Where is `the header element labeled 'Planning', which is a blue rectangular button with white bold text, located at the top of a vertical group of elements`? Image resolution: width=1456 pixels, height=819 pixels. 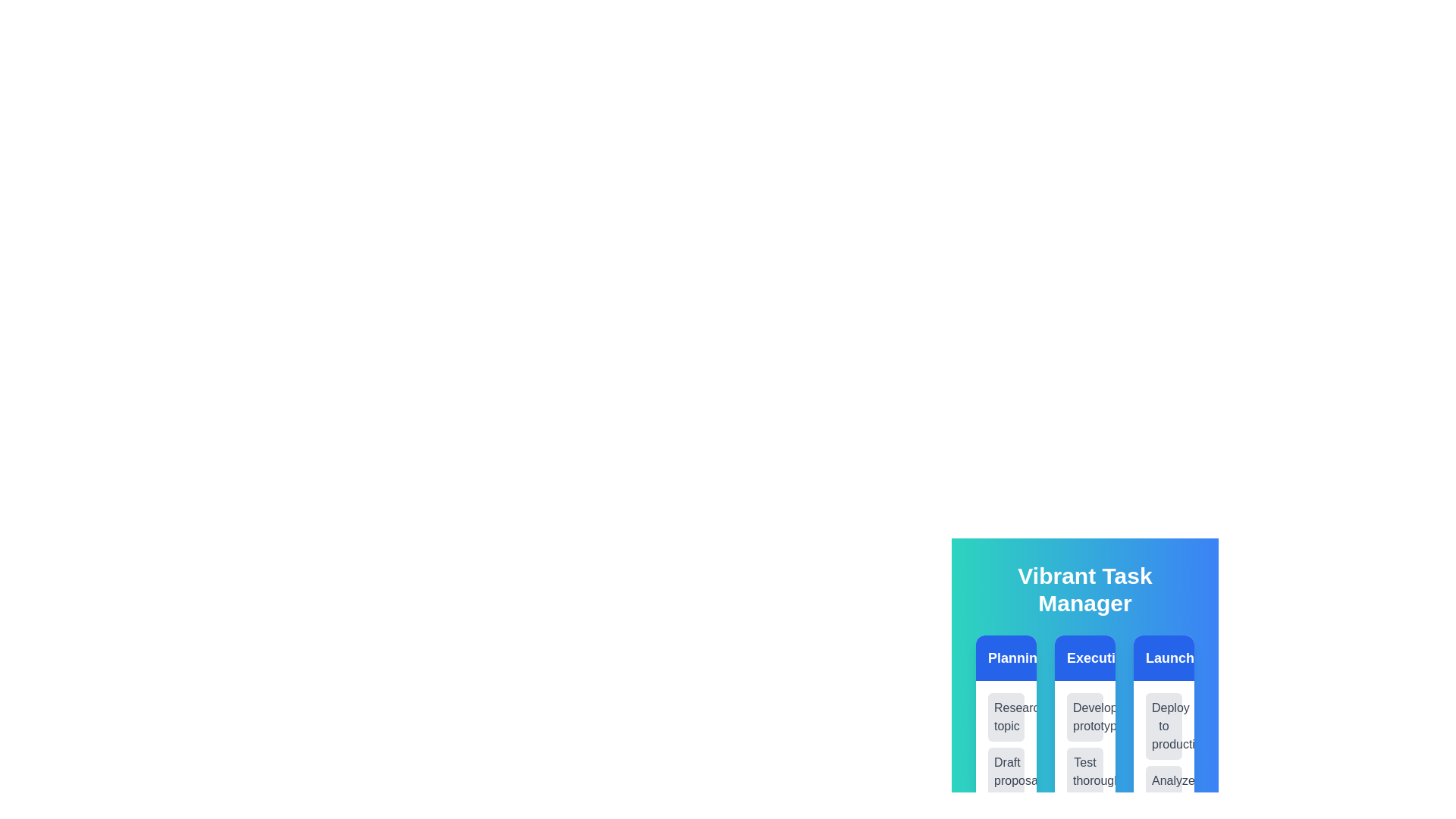 the header element labeled 'Planning', which is a blue rectangular button with white bold text, located at the top of a vertical group of elements is located at coordinates (1006, 657).